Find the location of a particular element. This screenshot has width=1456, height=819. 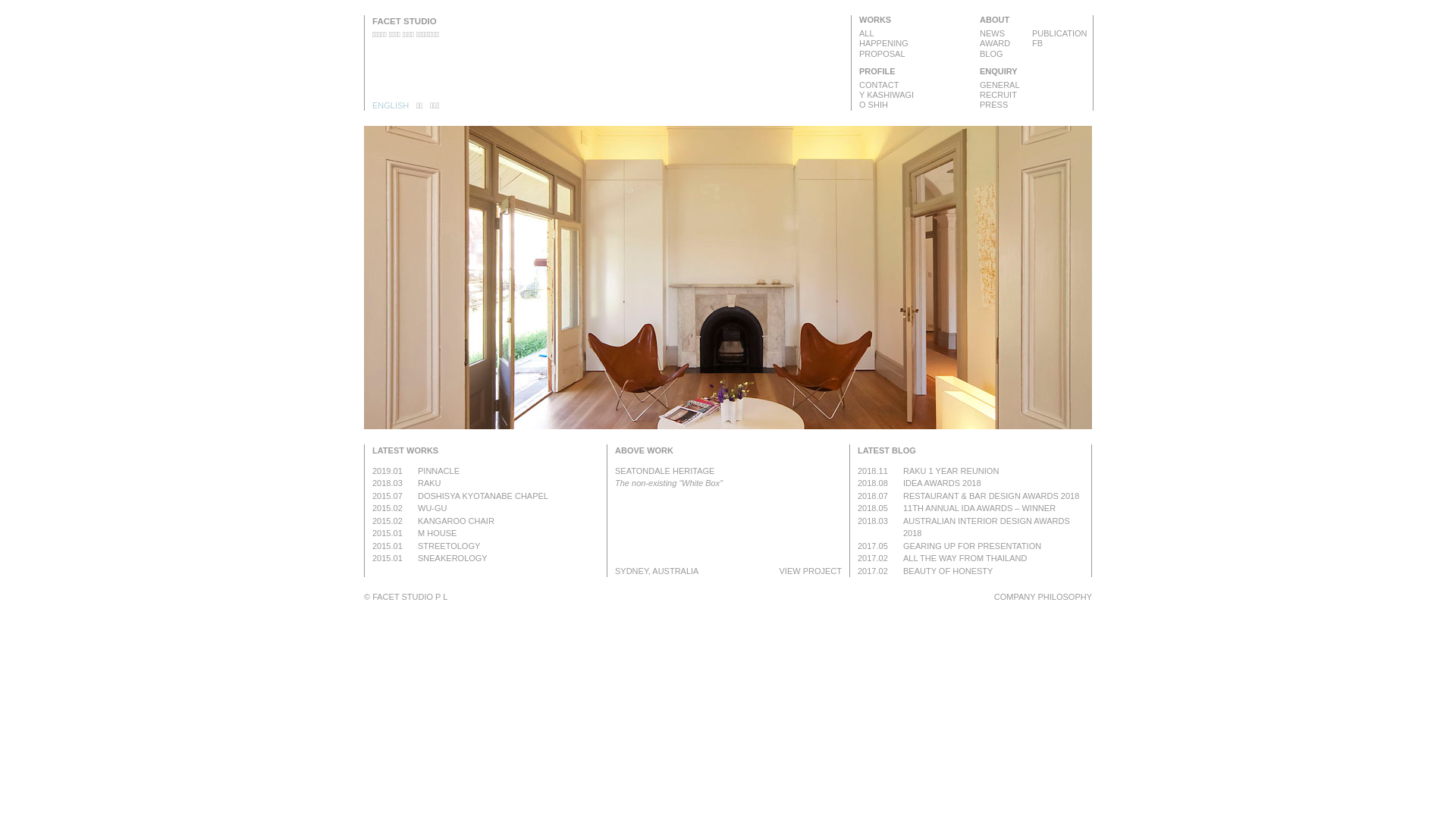

'AWARD' is located at coordinates (1008, 42).